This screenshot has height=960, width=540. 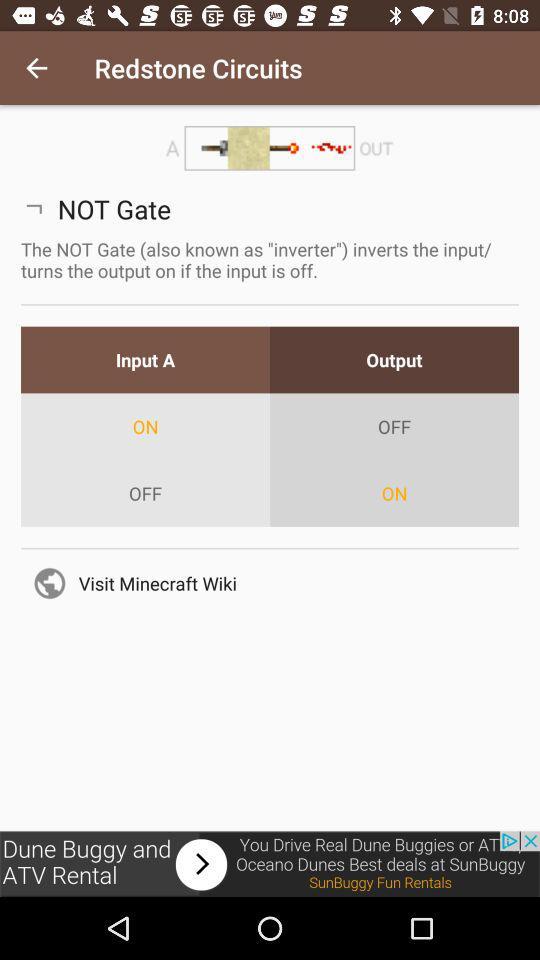 I want to click on advertisement page, so click(x=270, y=863).